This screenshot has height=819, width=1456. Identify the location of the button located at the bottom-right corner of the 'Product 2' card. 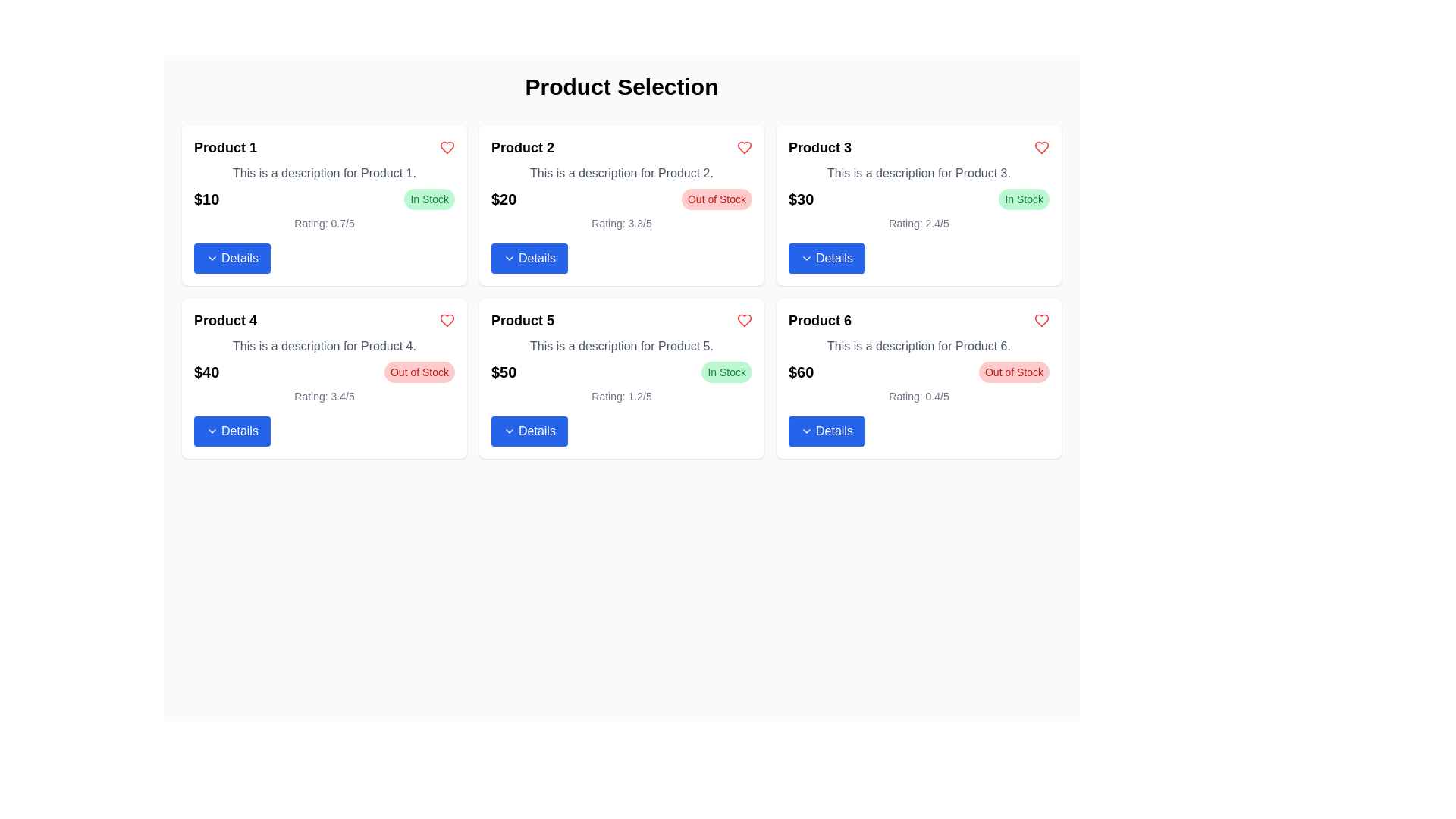
(529, 257).